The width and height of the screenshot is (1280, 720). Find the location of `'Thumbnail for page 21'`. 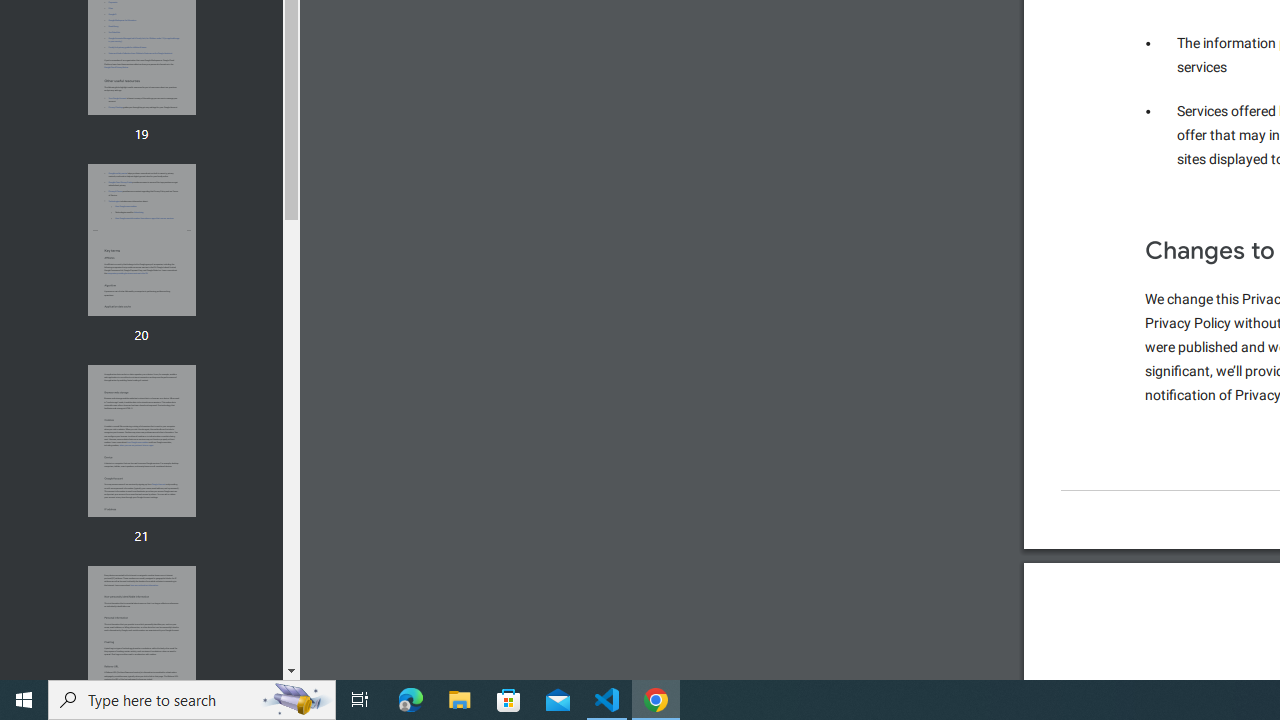

'Thumbnail for page 21' is located at coordinates (140, 440).